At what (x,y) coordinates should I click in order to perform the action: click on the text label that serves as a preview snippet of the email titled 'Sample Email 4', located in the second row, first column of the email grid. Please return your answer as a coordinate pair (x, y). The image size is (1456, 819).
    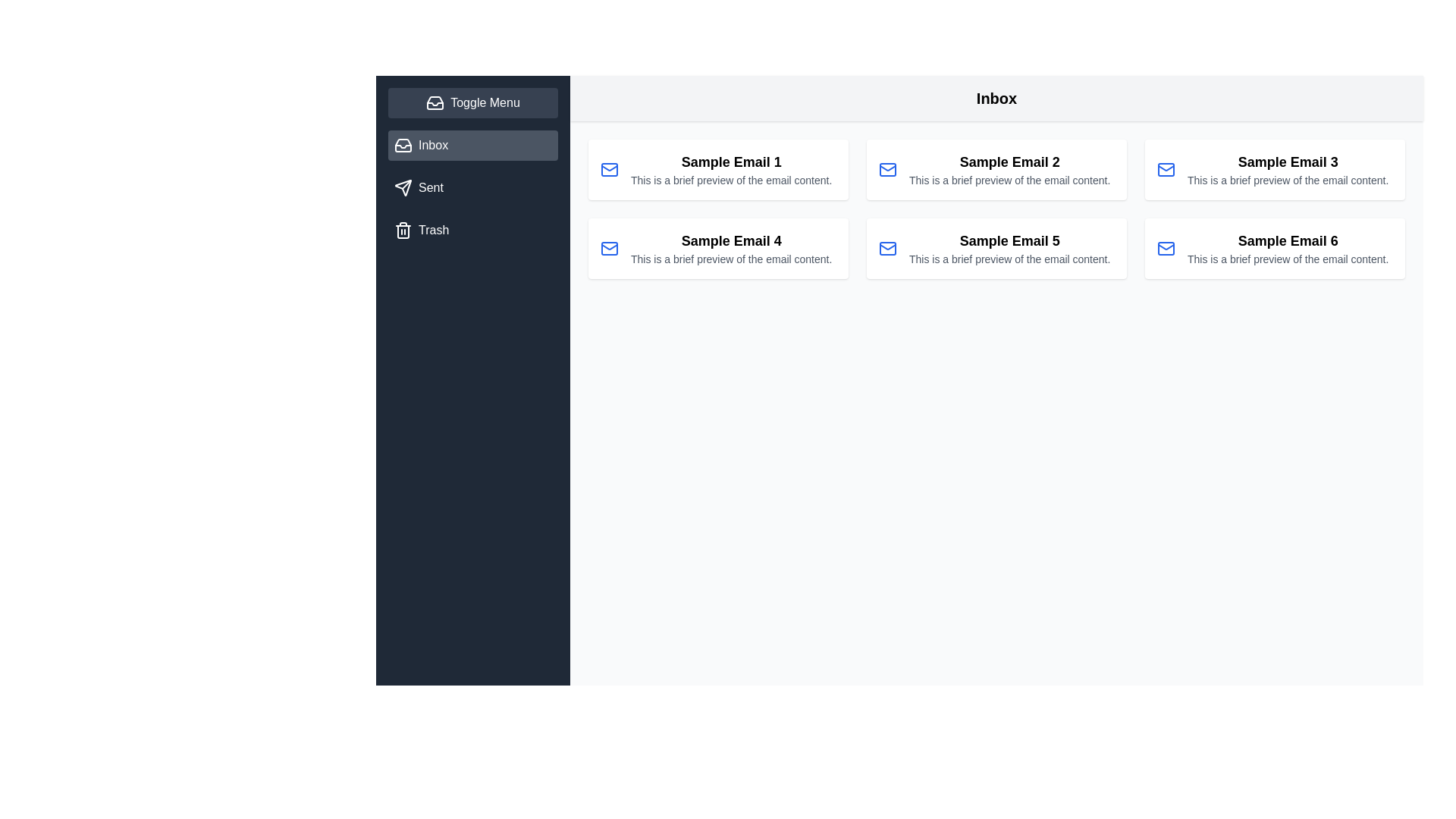
    Looking at the image, I should click on (731, 259).